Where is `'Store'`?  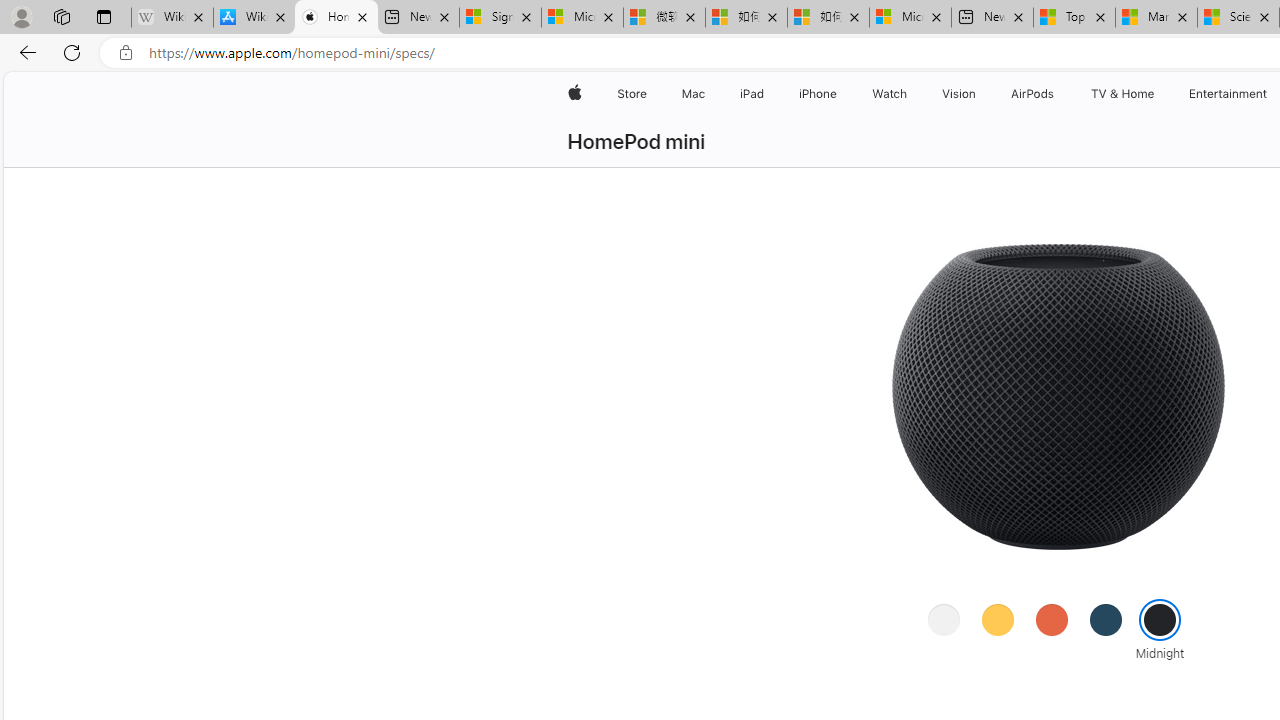
'Store' is located at coordinates (630, 93).